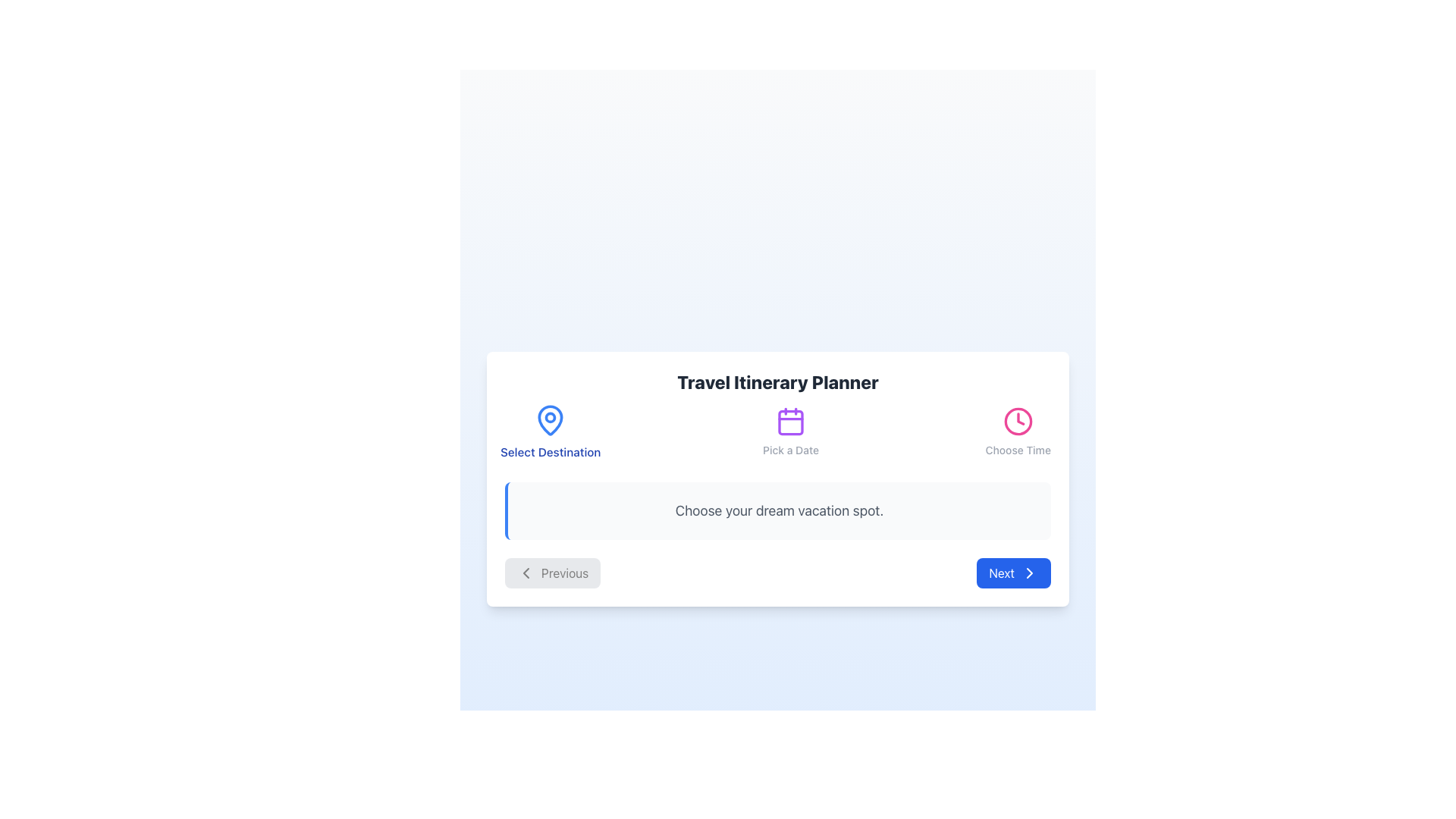  I want to click on the icon within the 'Previous' button located at the bottom-left of the card interface, so click(526, 573).